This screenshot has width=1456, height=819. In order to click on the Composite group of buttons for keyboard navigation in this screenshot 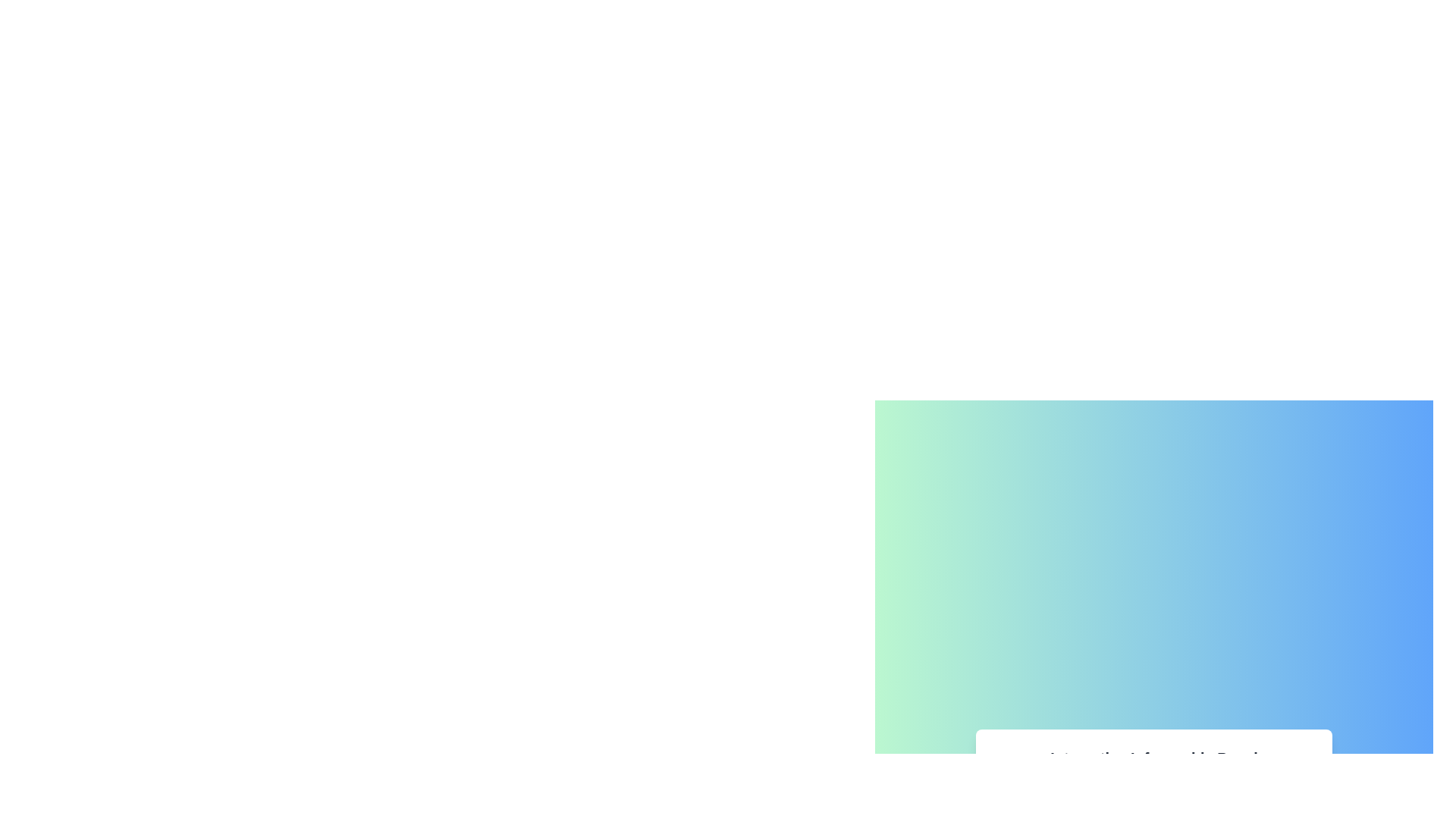, I will do `click(1153, 776)`.